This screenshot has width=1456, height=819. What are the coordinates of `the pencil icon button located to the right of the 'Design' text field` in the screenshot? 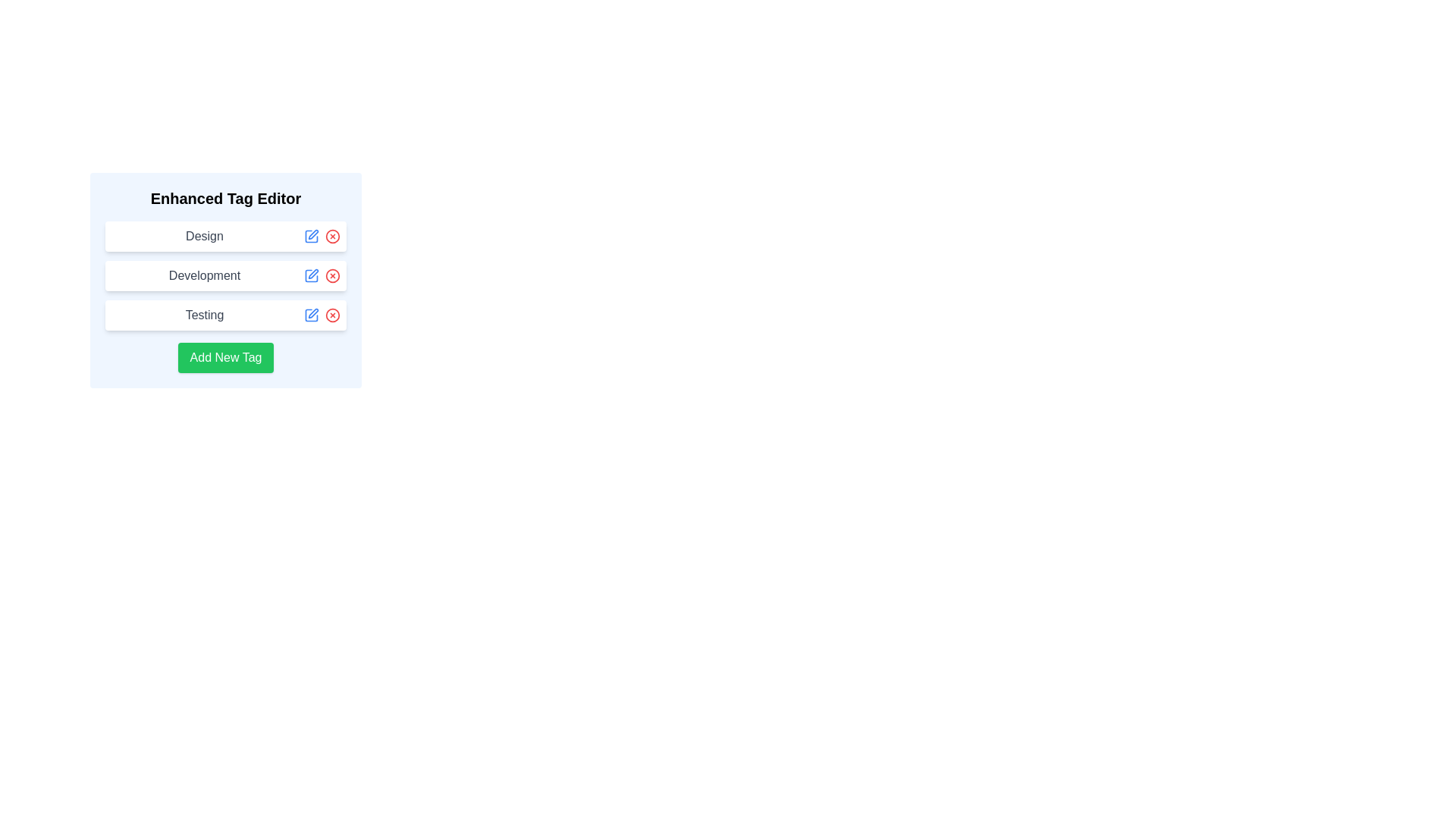 It's located at (311, 237).